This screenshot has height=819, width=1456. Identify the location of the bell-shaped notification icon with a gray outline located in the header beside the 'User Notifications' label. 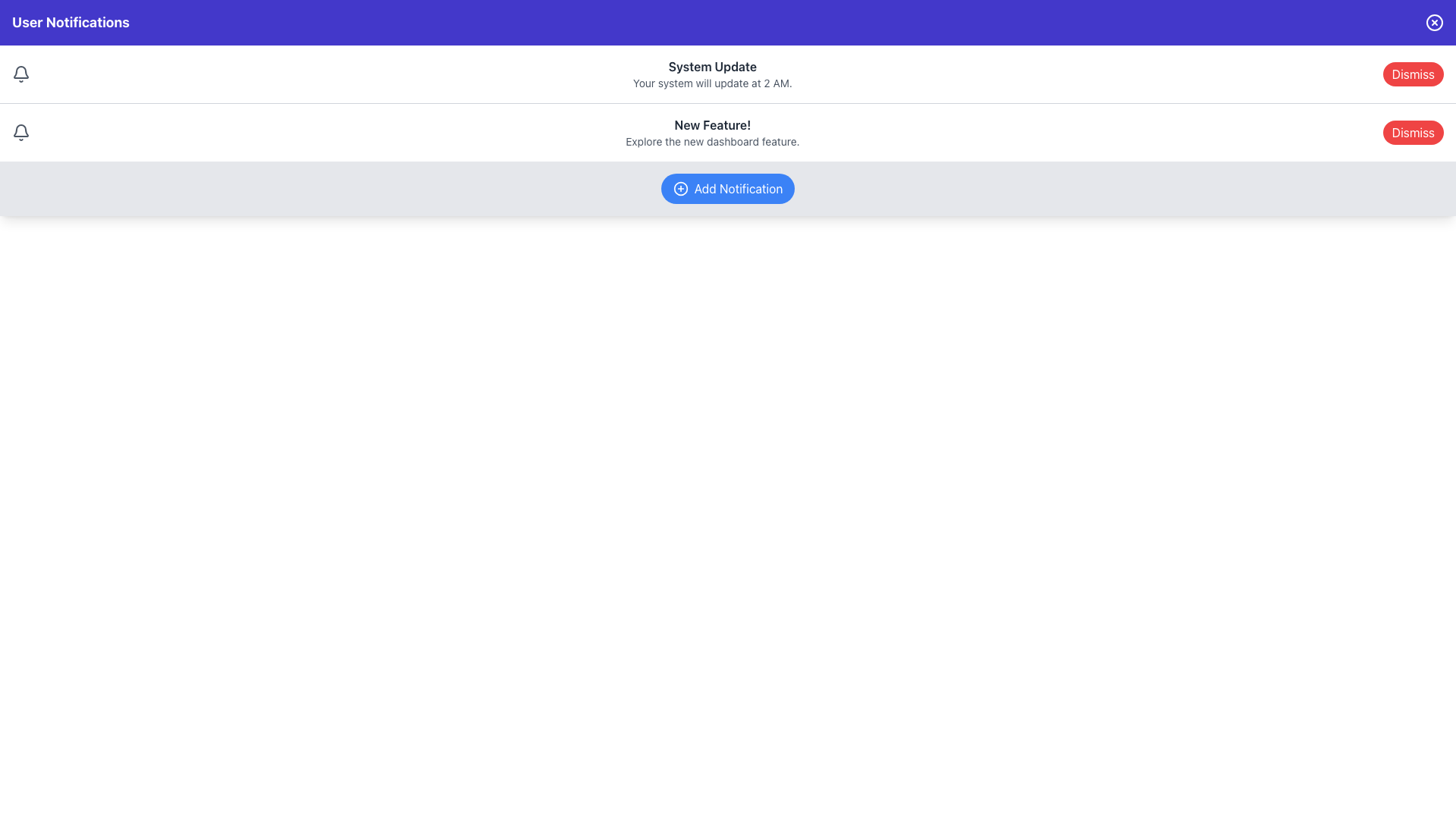
(21, 130).